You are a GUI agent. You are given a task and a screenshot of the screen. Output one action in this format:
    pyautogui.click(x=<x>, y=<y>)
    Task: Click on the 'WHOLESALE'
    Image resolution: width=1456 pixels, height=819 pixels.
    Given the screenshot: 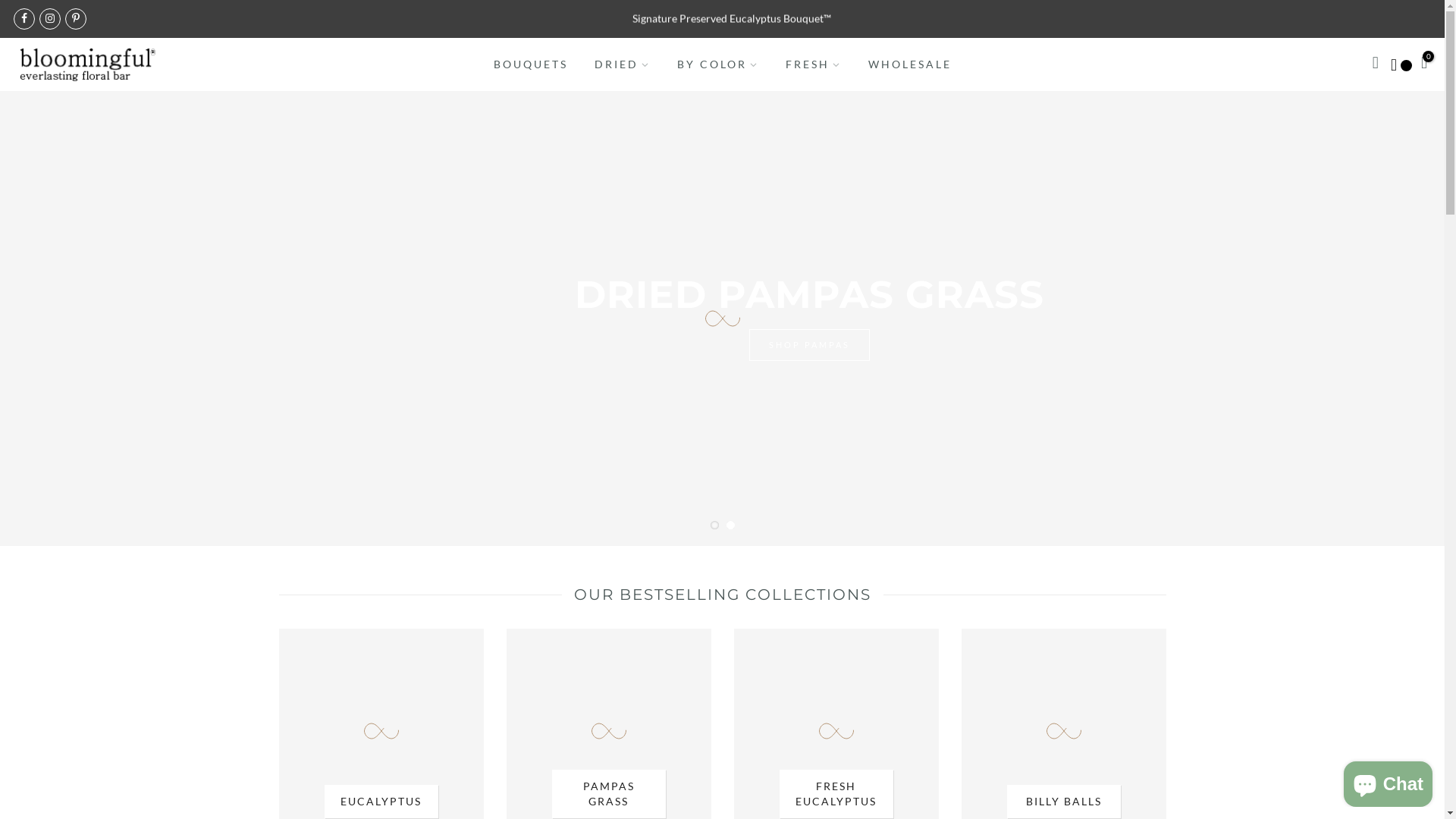 What is the action you would take?
    pyautogui.click(x=909, y=63)
    